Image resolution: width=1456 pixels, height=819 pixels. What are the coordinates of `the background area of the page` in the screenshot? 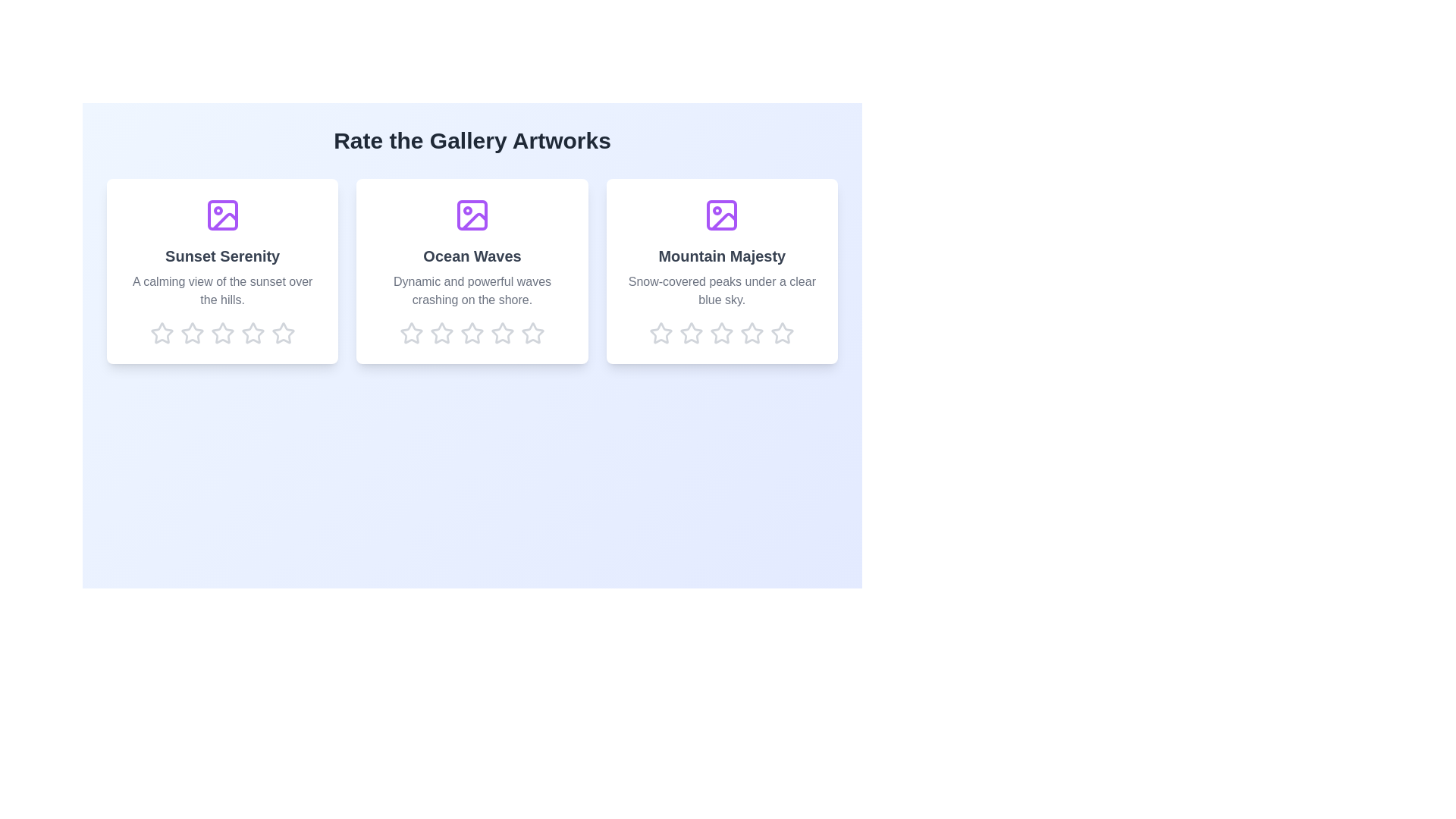 It's located at (37, 37).